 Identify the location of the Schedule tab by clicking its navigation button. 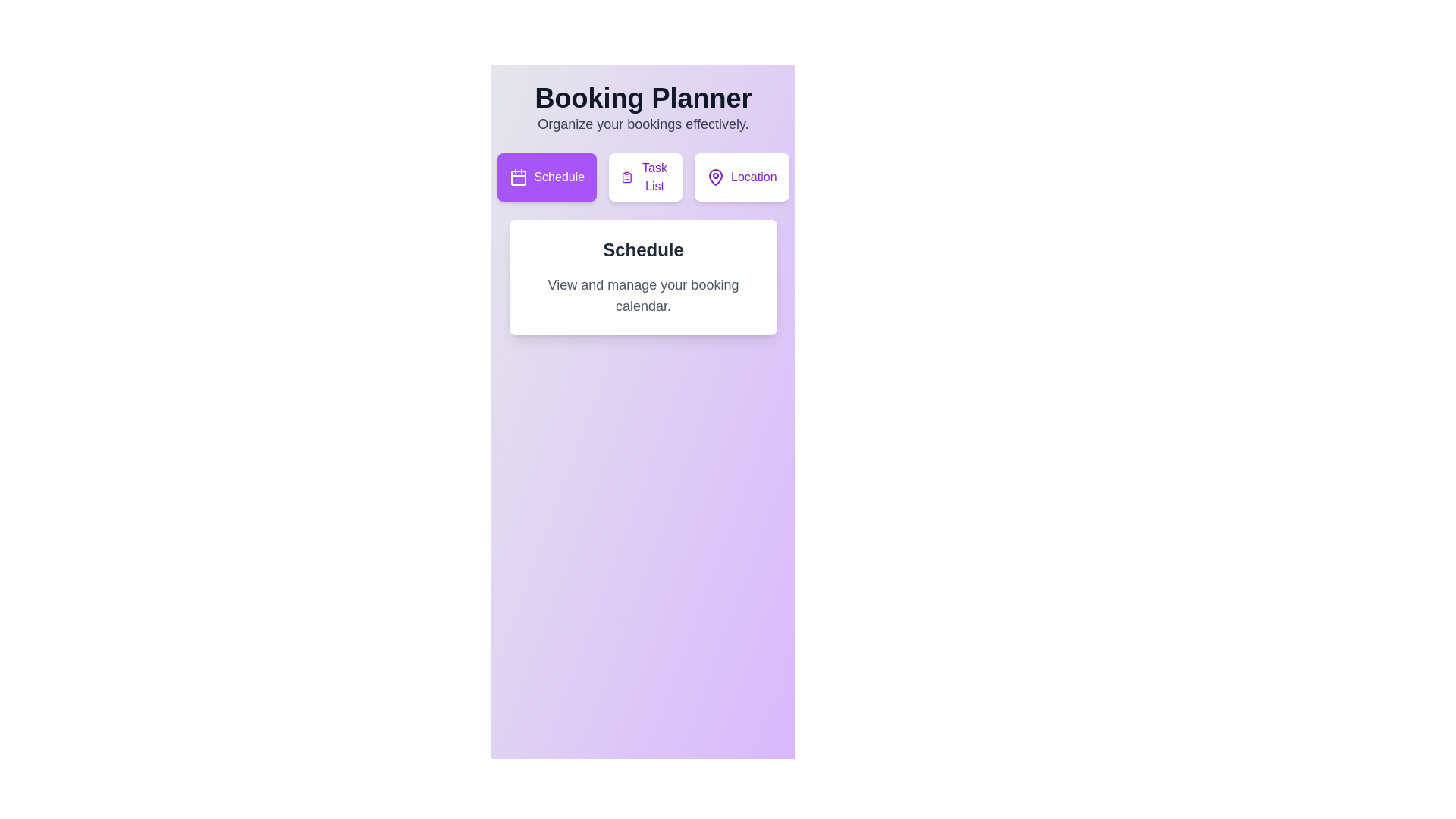
(546, 177).